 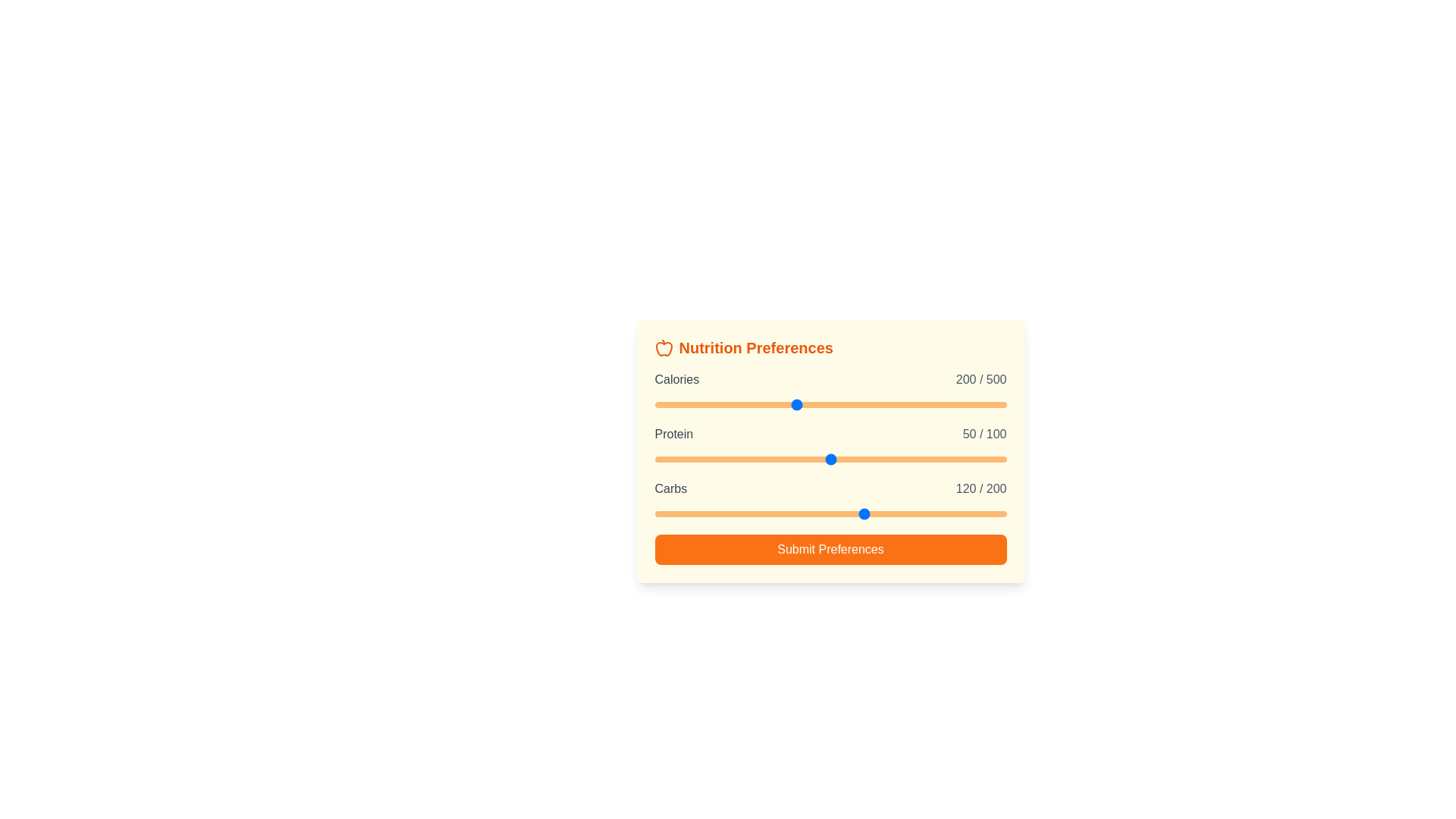 I want to click on the blue circular thumb of the second slider input located beneath the label 'Protein 50 / 100' in the 'Nutrition Preferences' section, so click(x=830, y=458).